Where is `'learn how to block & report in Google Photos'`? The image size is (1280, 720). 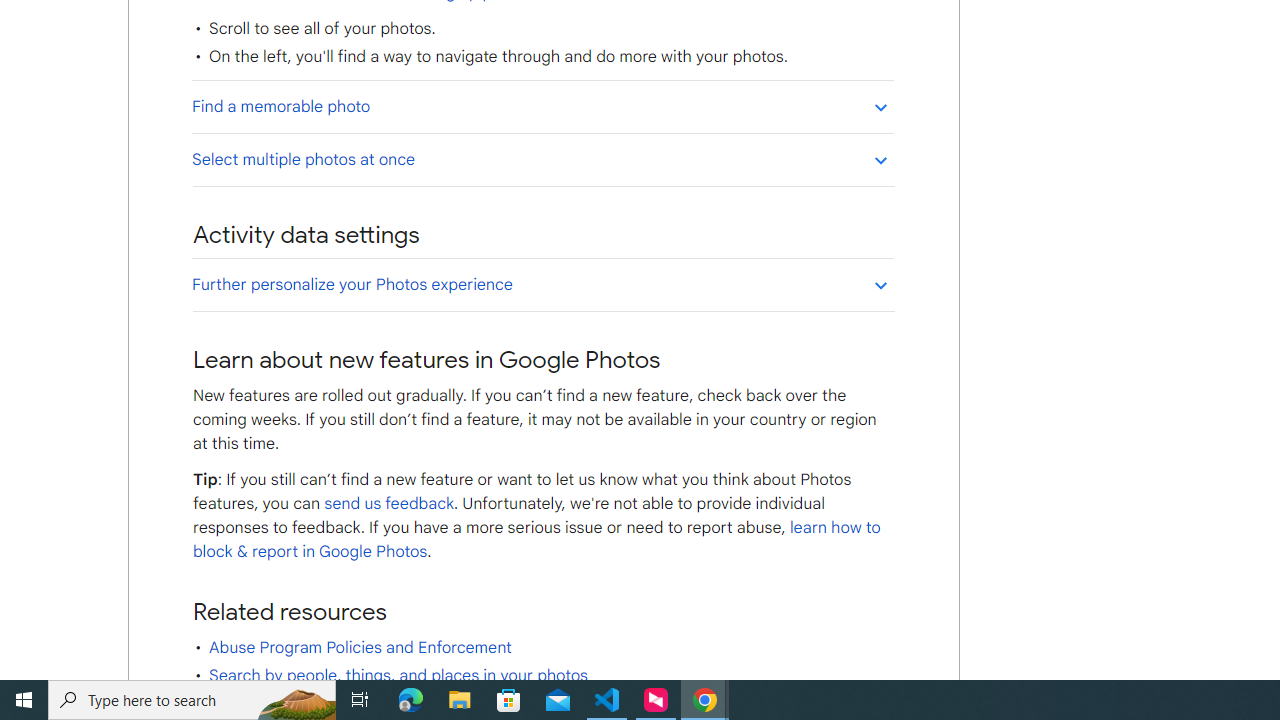 'learn how to block & report in Google Photos' is located at coordinates (536, 540).